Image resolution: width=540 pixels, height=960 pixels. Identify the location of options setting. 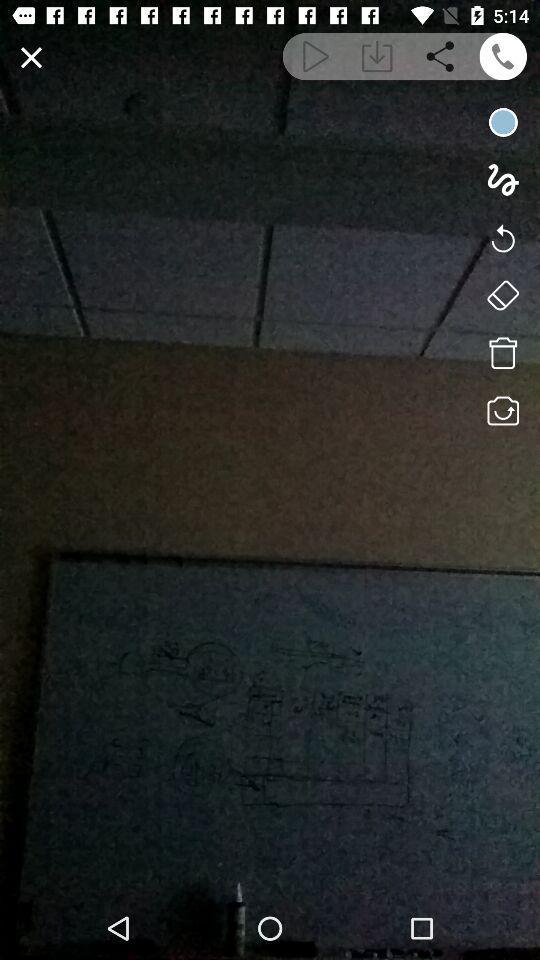
(502, 294).